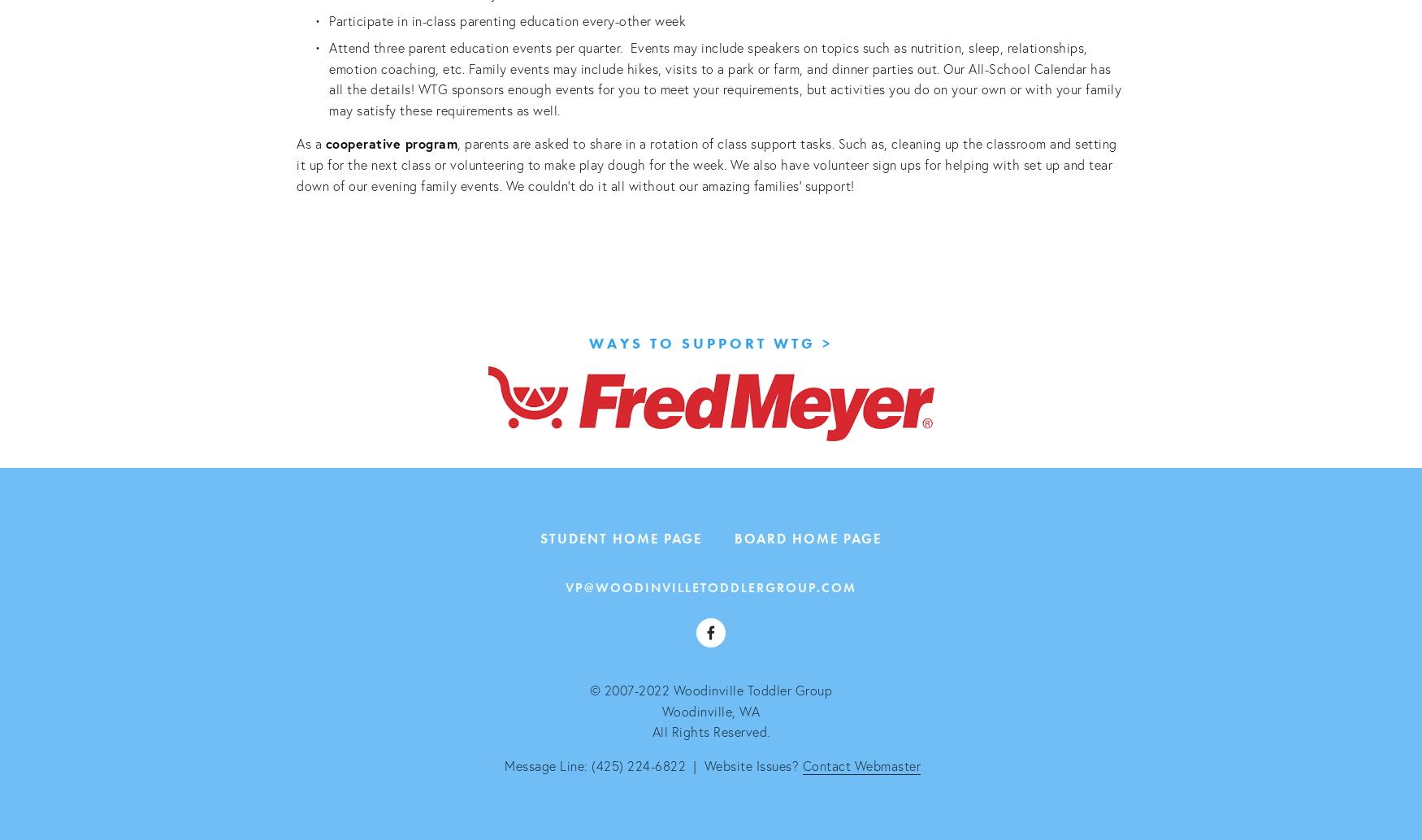 The image size is (1422, 840). I want to click on 'Message Line: (425) 224-6822  |  Website Issues?', so click(650, 764).